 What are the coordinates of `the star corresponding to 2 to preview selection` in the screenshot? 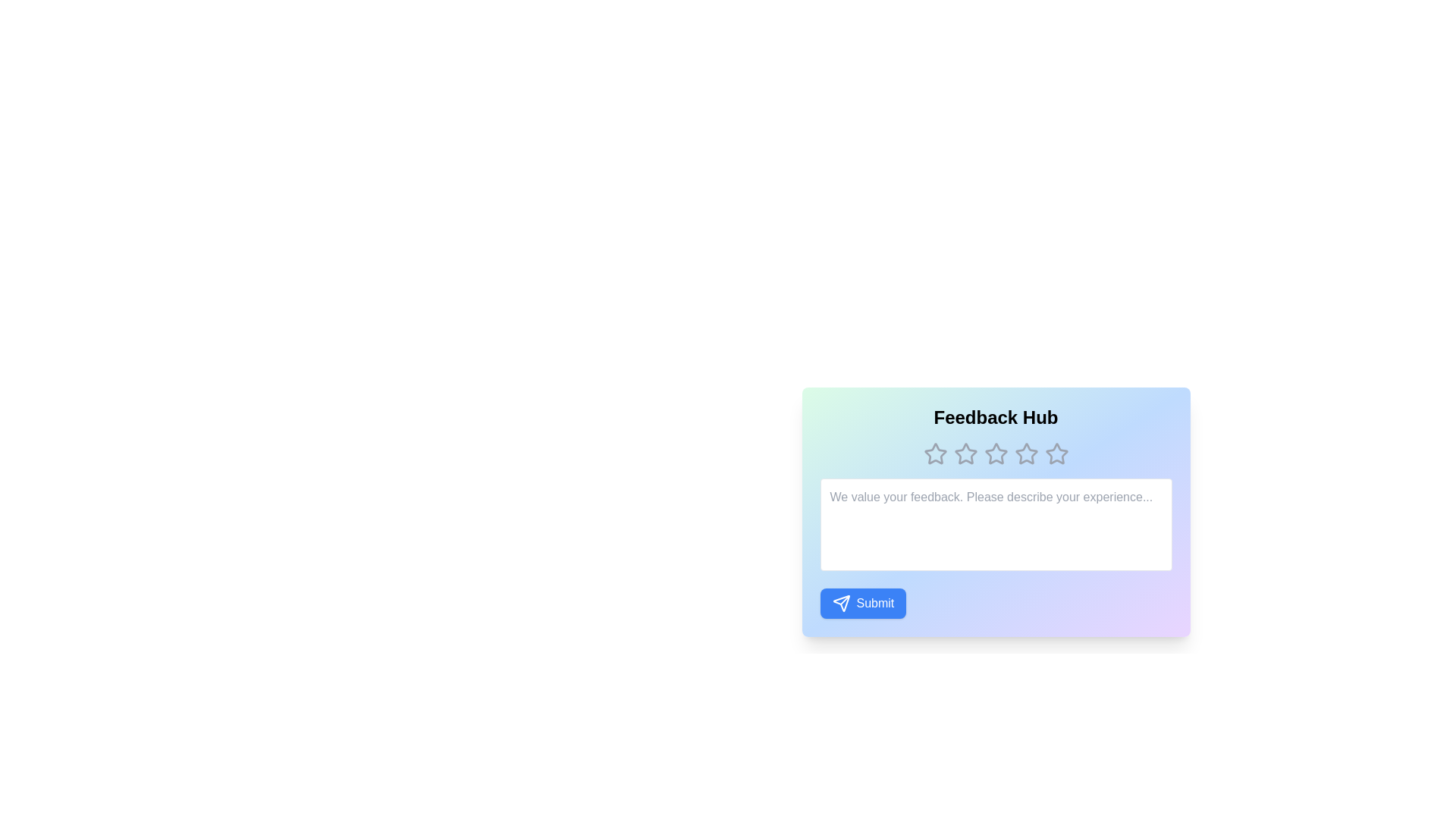 It's located at (965, 453).